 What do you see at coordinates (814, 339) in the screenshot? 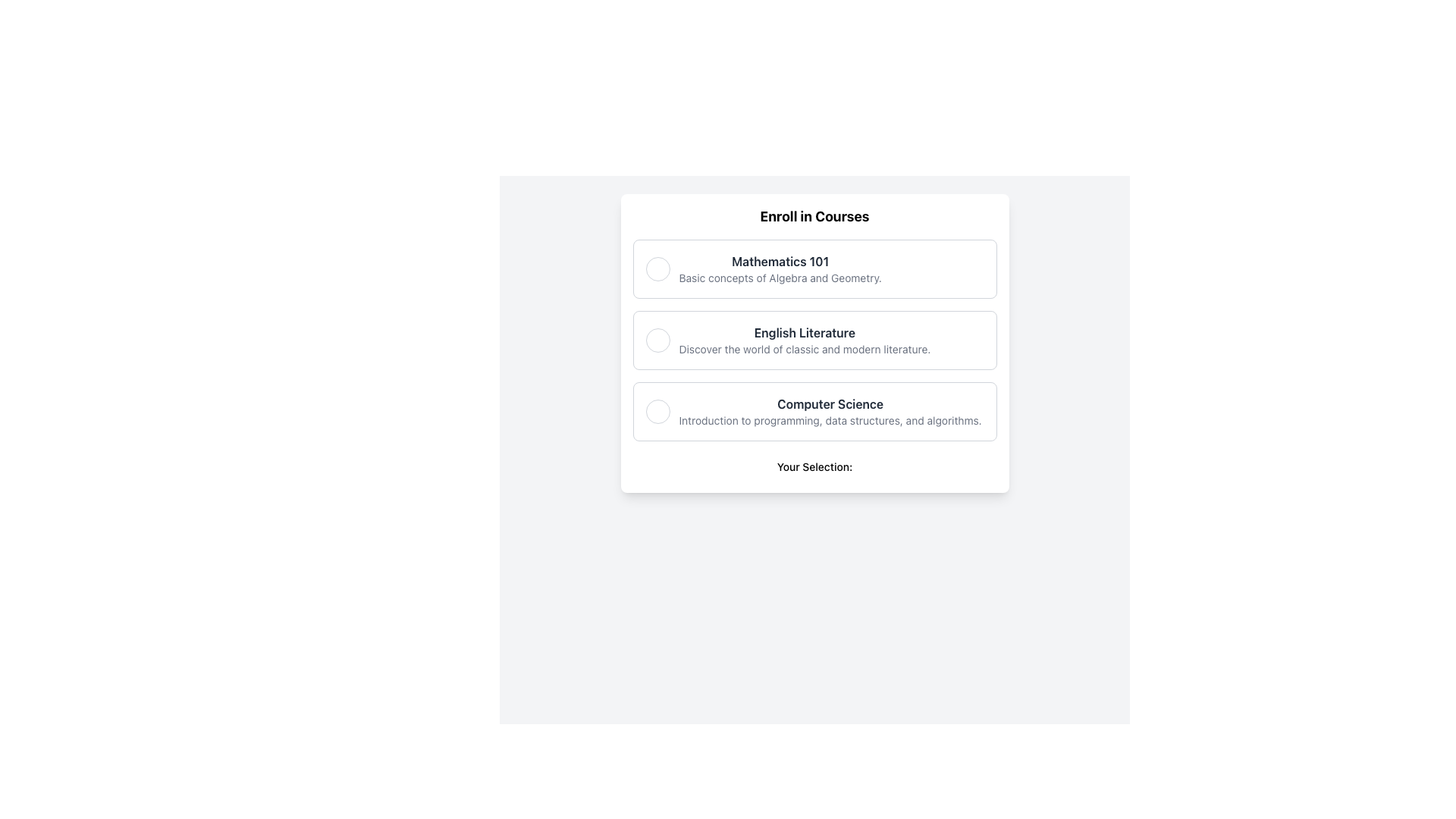
I see `the 'English Literature' card` at bounding box center [814, 339].